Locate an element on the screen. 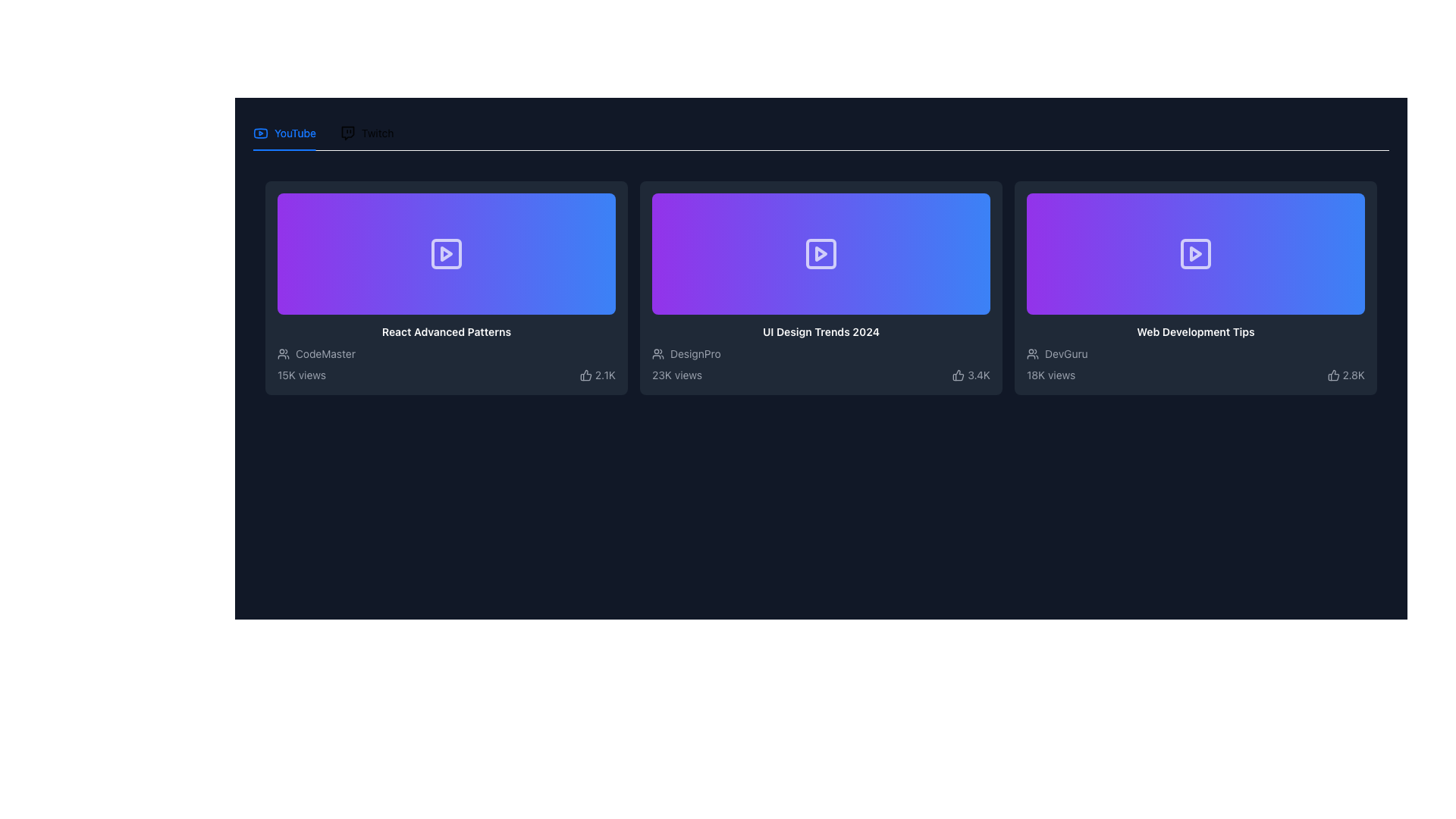 Image resolution: width=1456 pixels, height=819 pixels. the third clickable video thumbnail located at the top-right of three thumbnails is located at coordinates (1195, 253).